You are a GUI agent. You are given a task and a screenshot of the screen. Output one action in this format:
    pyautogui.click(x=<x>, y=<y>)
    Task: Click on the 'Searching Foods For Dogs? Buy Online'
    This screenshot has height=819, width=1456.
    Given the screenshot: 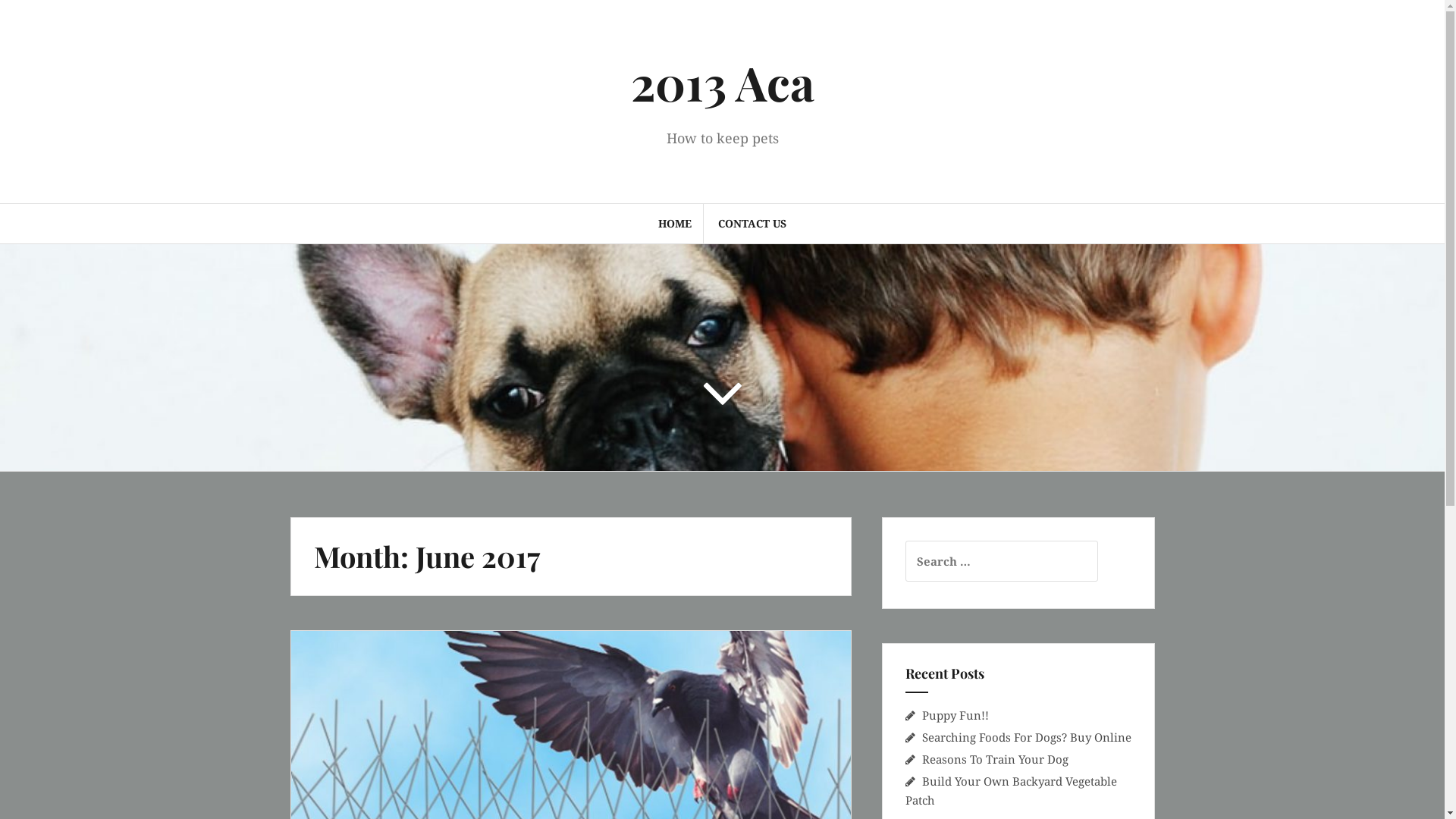 What is the action you would take?
    pyautogui.click(x=1026, y=736)
    